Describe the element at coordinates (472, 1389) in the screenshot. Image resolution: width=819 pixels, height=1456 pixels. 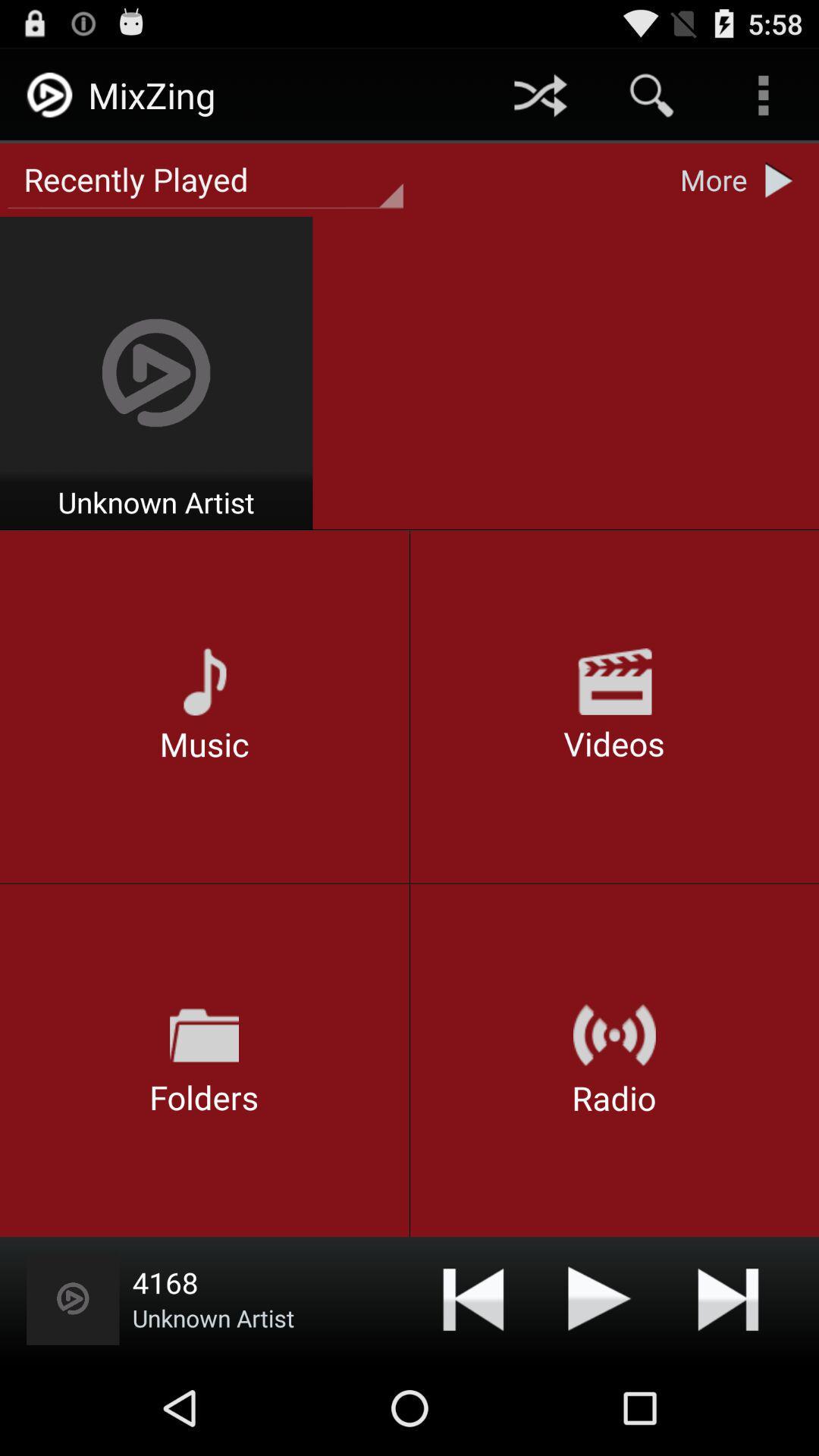
I see `the skip_previous icon` at that location.